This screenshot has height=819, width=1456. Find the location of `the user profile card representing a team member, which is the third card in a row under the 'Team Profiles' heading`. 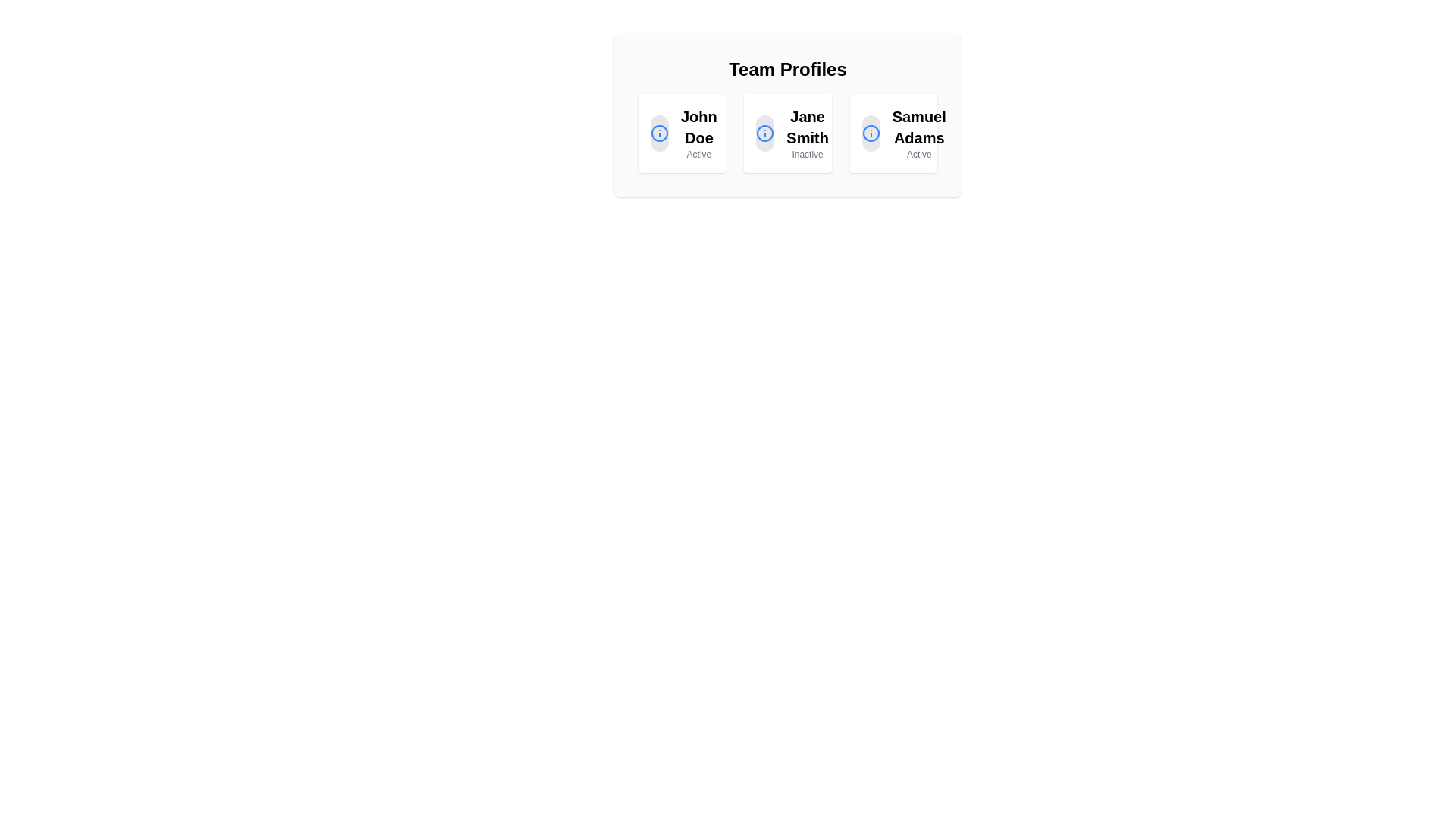

the user profile card representing a team member, which is the third card in a row under the 'Team Profiles' heading is located at coordinates (893, 133).